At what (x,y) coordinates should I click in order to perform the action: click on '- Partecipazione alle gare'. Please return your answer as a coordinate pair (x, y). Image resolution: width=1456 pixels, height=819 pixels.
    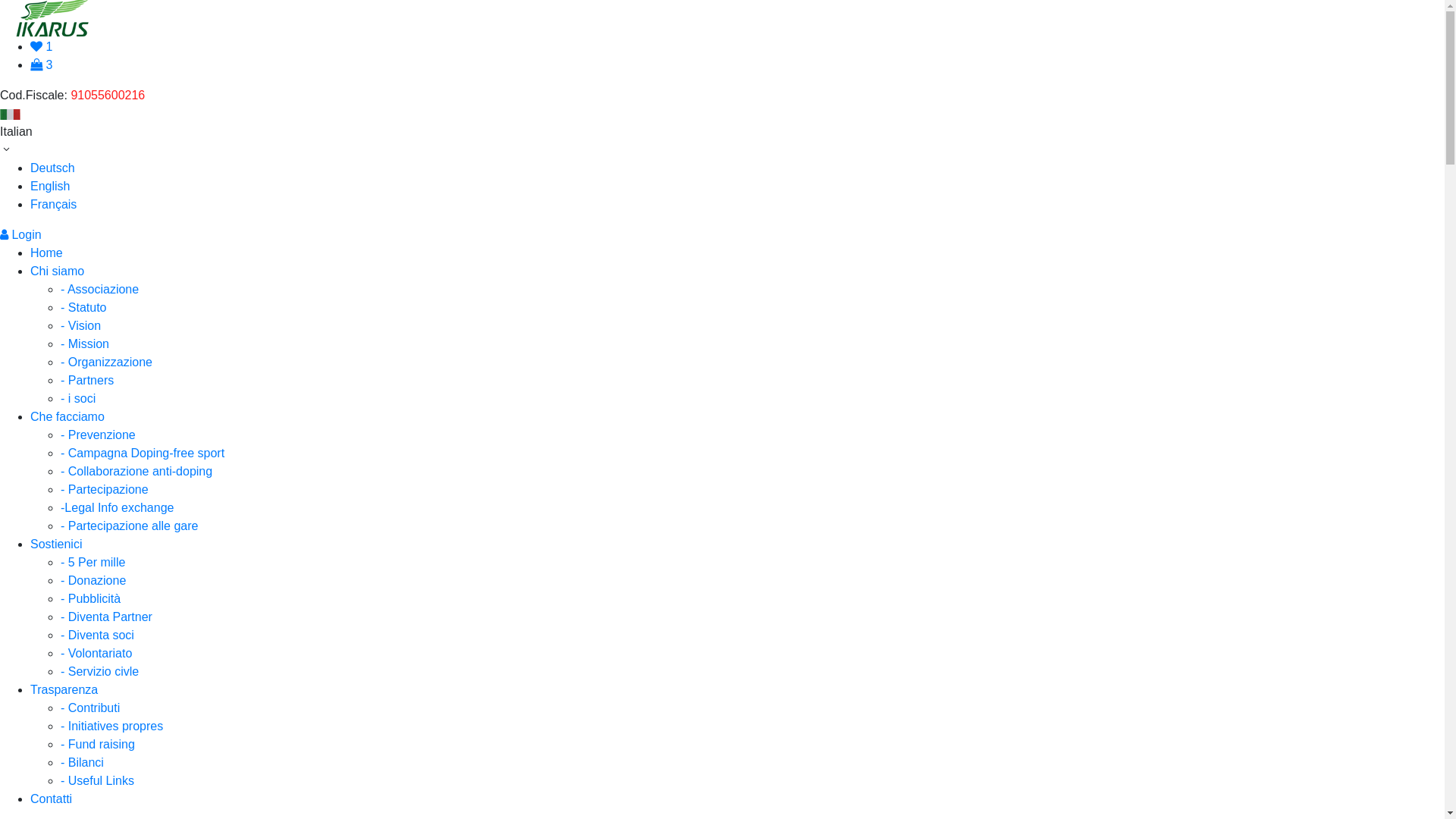
    Looking at the image, I should click on (129, 525).